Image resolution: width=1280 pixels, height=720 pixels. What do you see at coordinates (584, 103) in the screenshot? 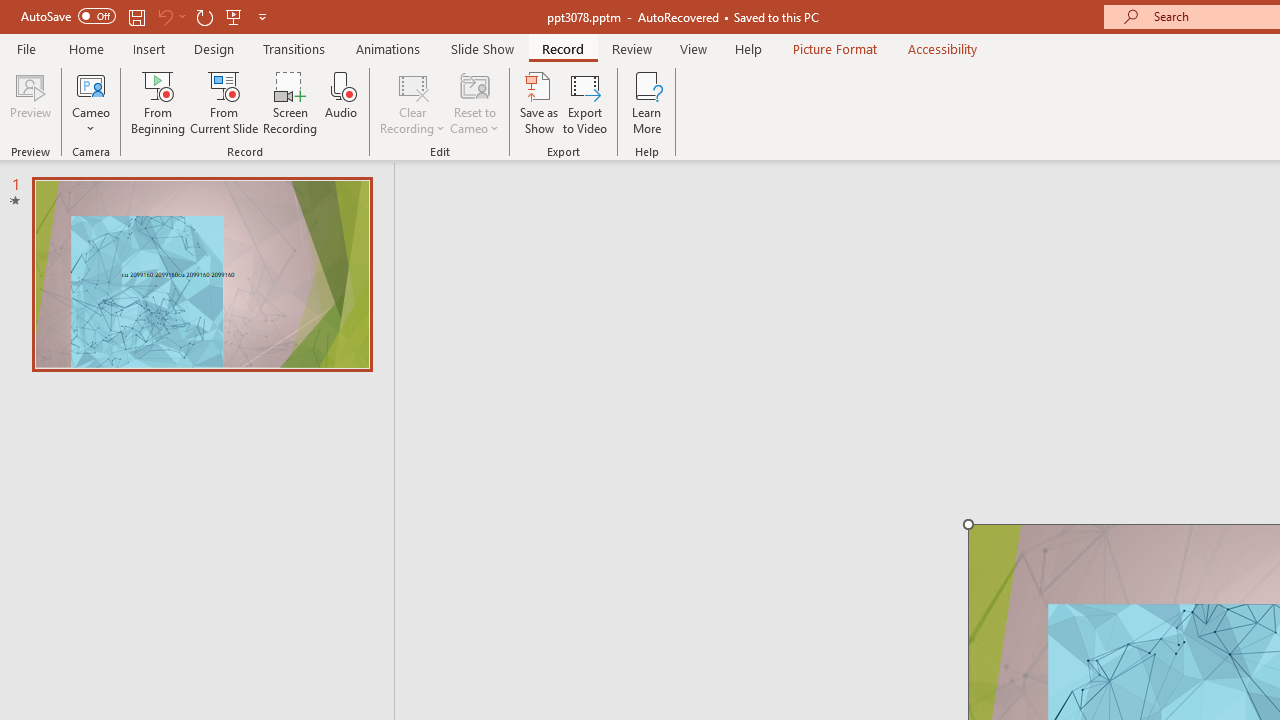
I see `'Export to Video'` at bounding box center [584, 103].